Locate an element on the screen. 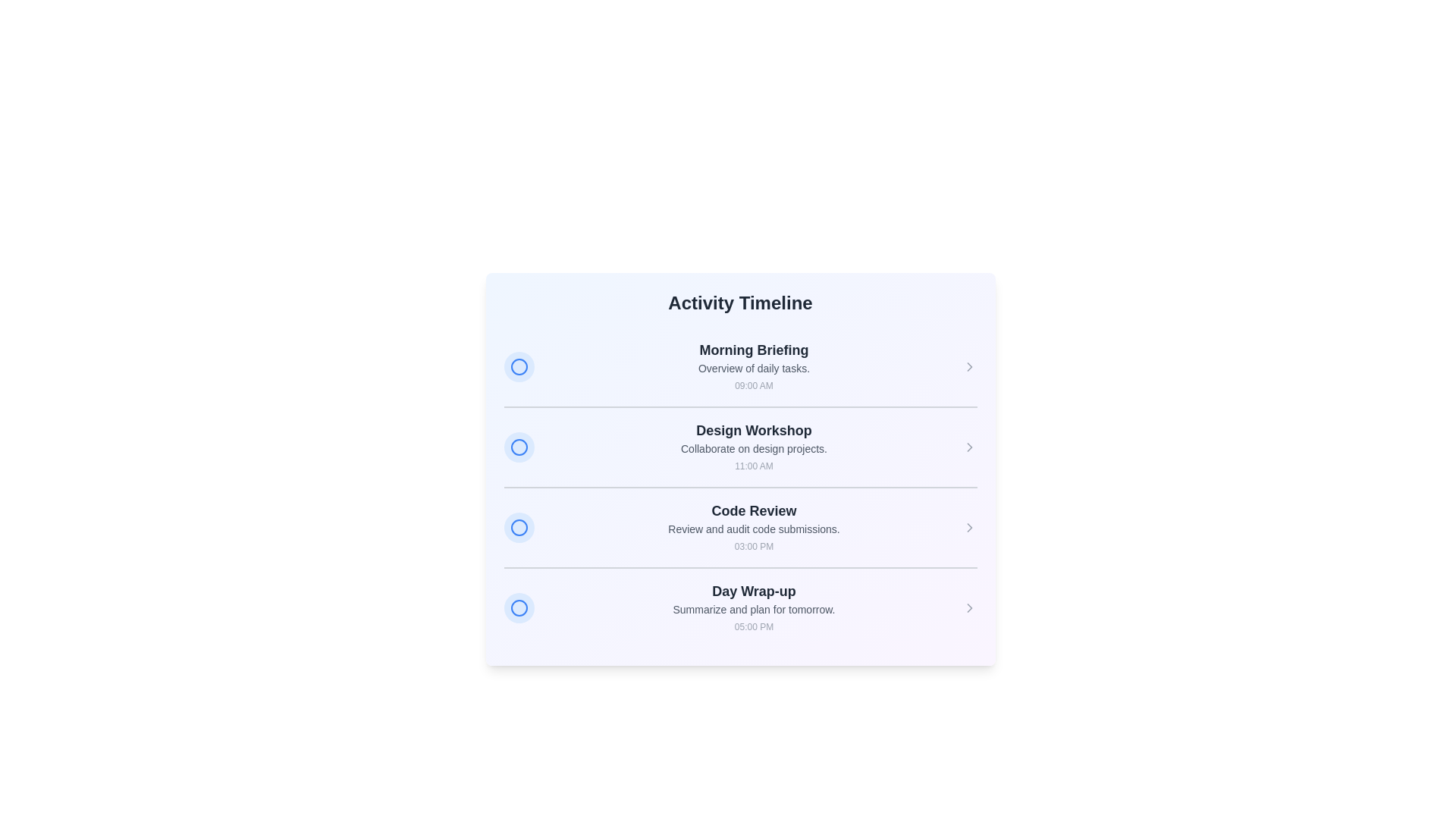  the fourth list item titled 'Day Wrap-up' is located at coordinates (740, 607).